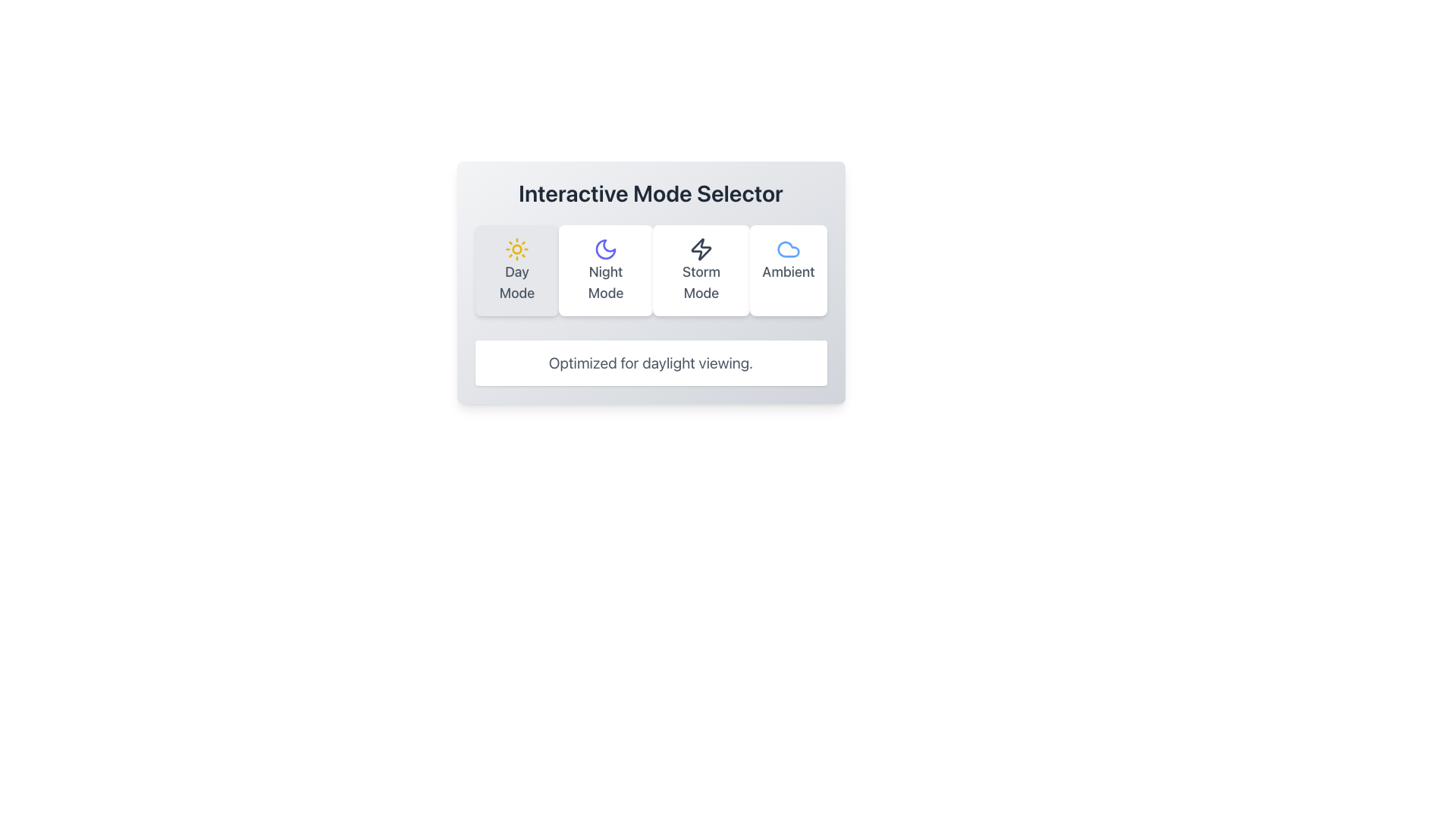  I want to click on the 'Storm Mode' button, which is the third button in the 'Interactive Mode Selector', so click(701, 270).